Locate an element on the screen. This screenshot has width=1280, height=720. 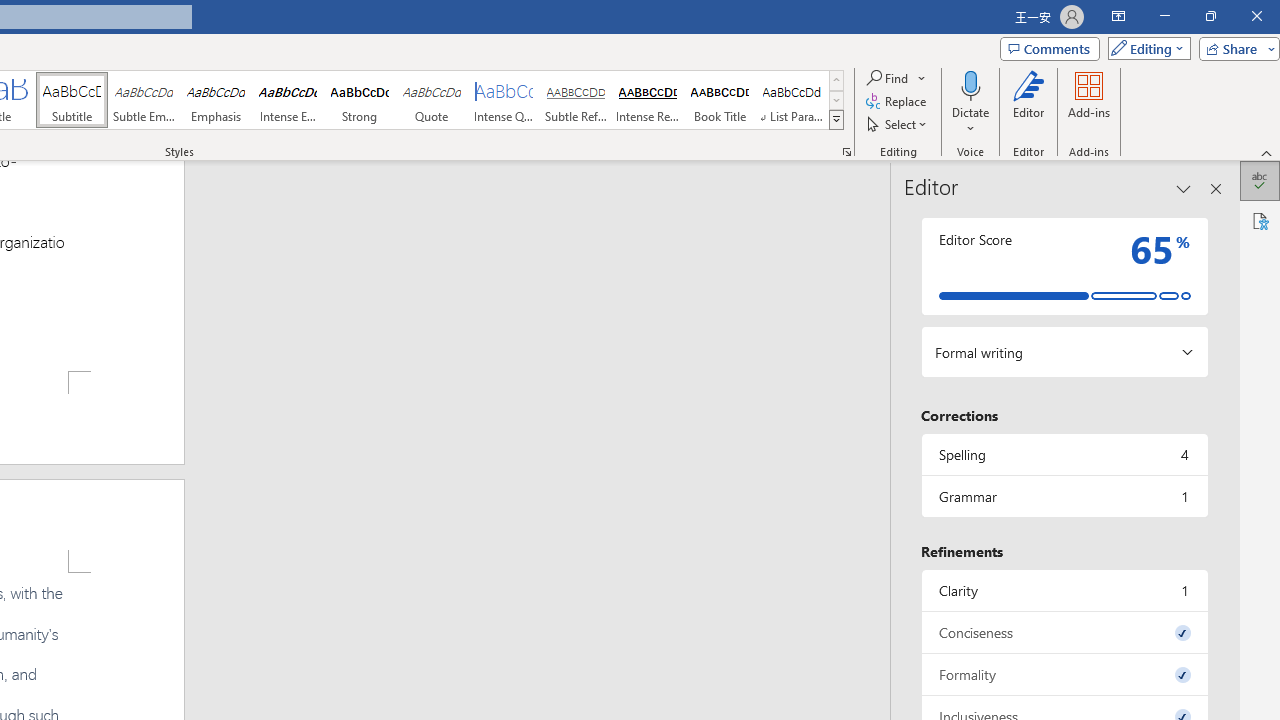
'Clarity, 1 issue. Press space or enter to review items.' is located at coordinates (1063, 589).